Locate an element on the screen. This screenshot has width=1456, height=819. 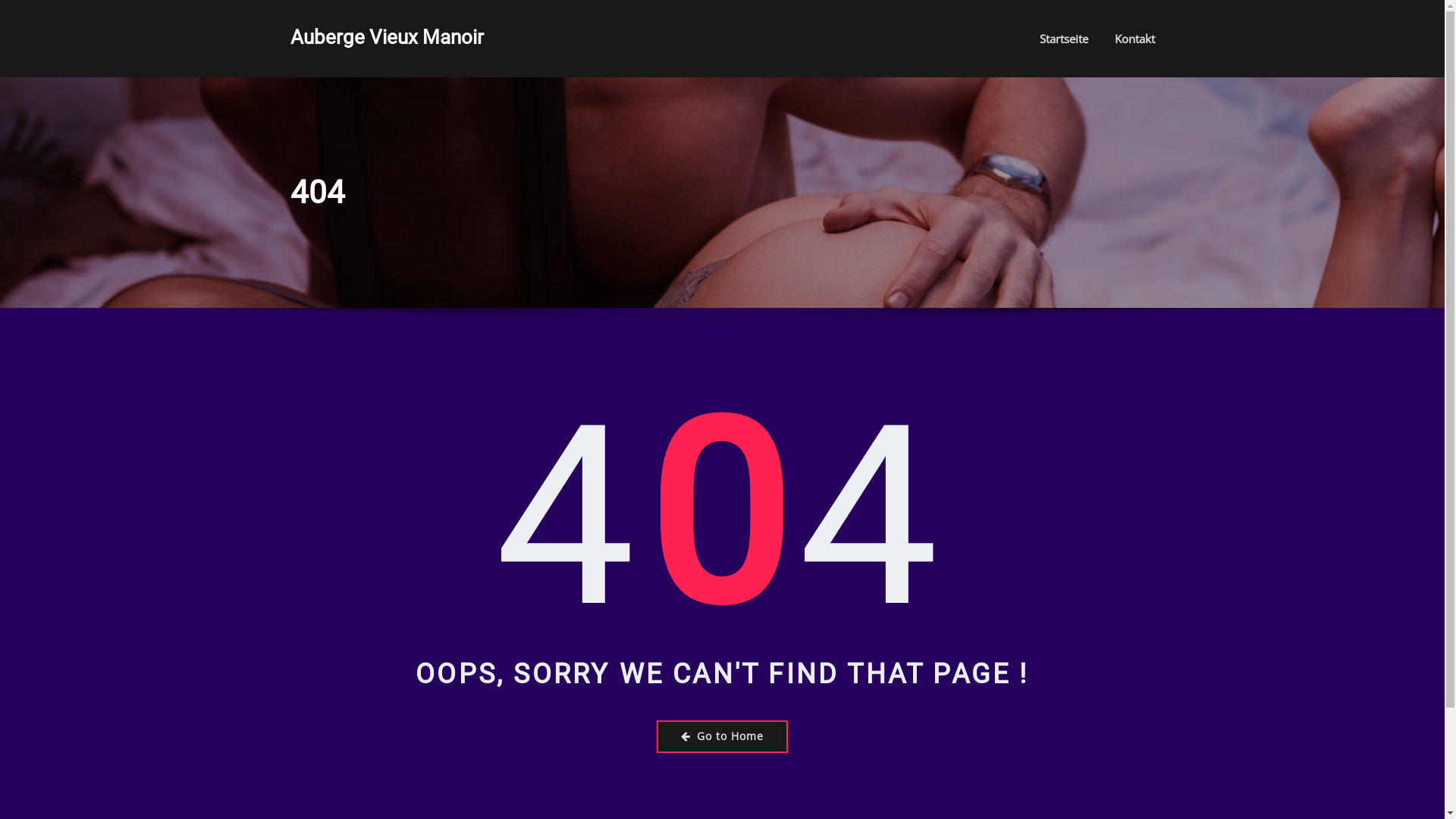
'Startseite' is located at coordinates (1062, 37).